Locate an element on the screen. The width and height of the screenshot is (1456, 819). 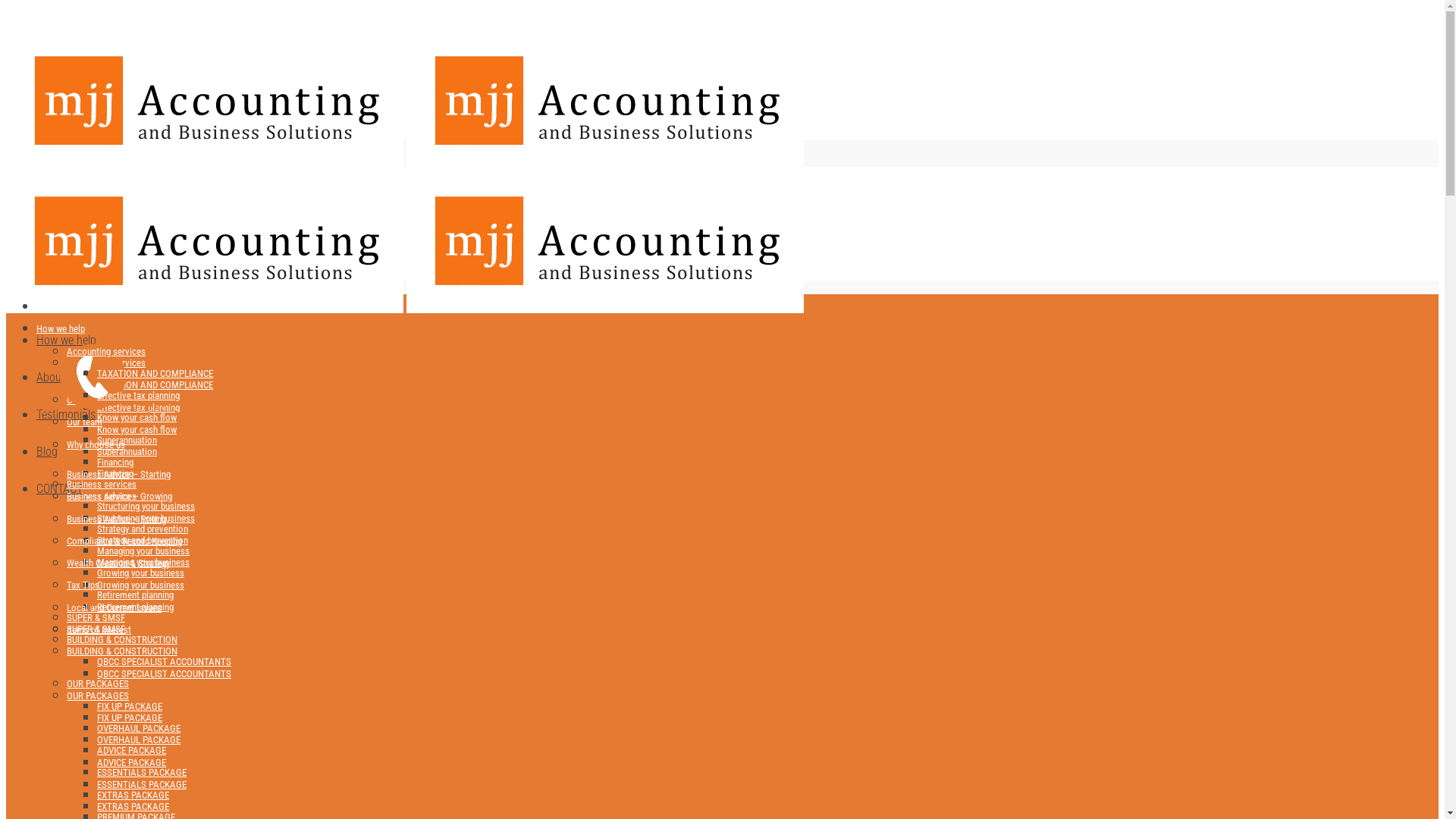
'Strategy and prevention' is located at coordinates (142, 539).